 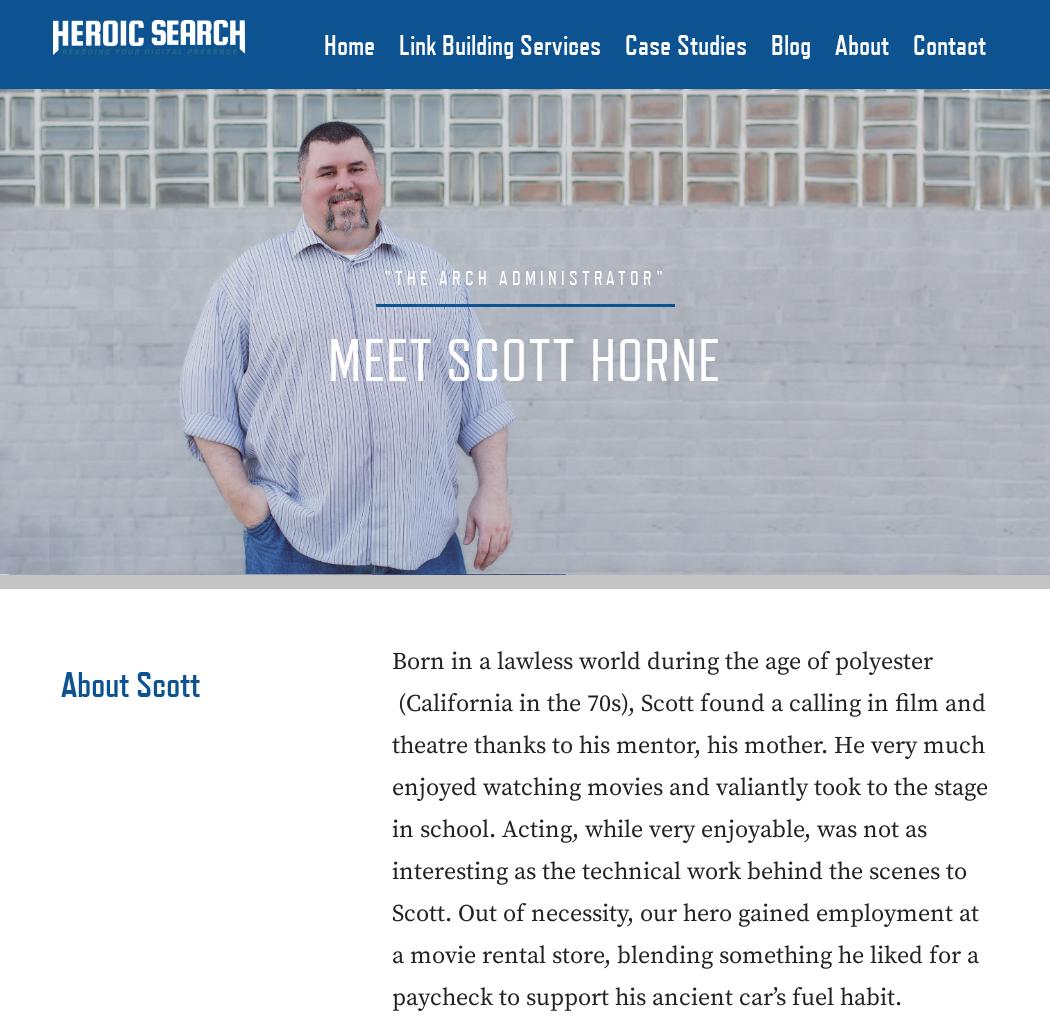 I want to click on 'About', so click(x=834, y=43).